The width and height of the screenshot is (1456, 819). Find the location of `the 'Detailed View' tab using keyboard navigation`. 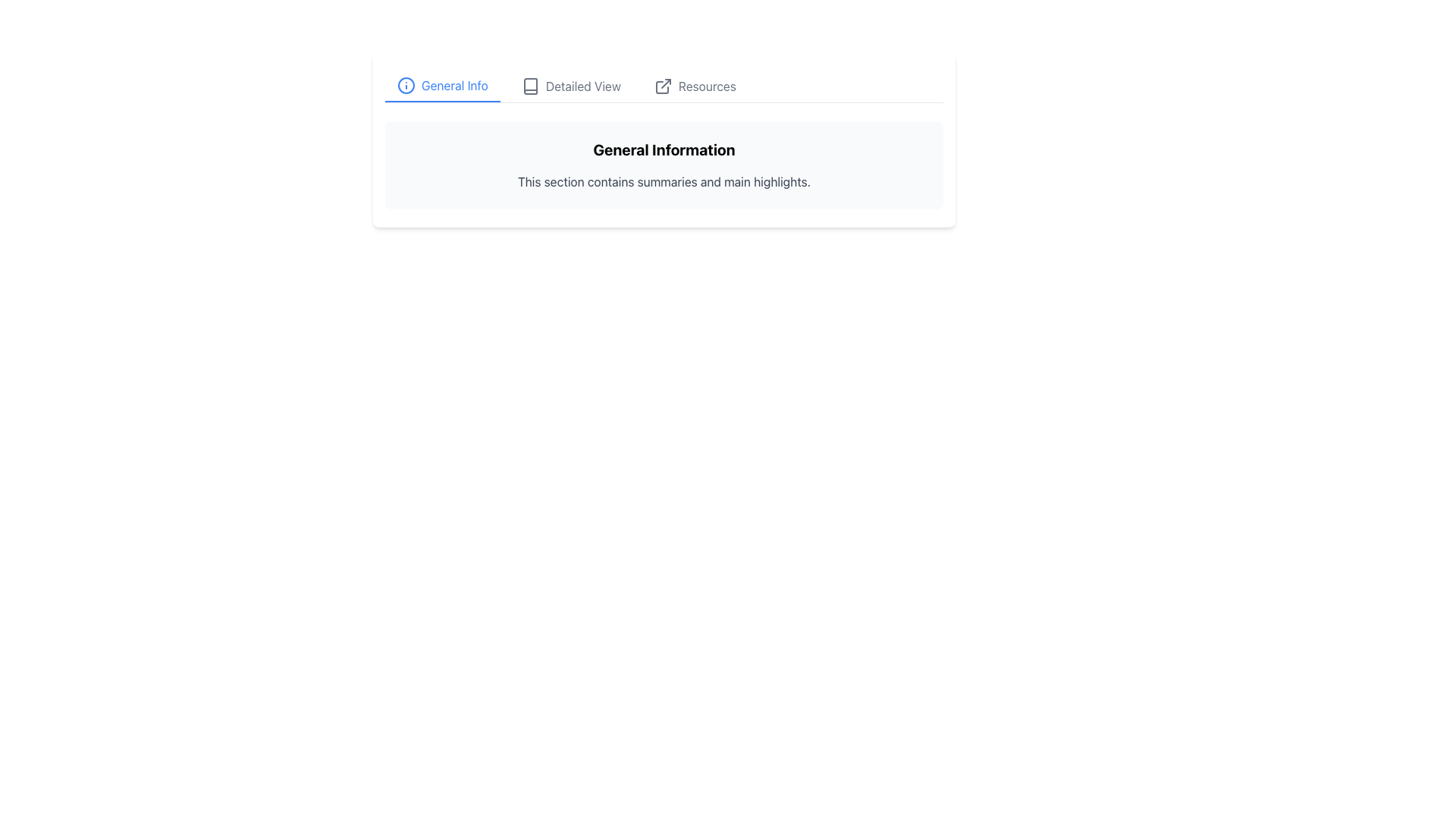

the 'Detailed View' tab using keyboard navigation is located at coordinates (570, 86).